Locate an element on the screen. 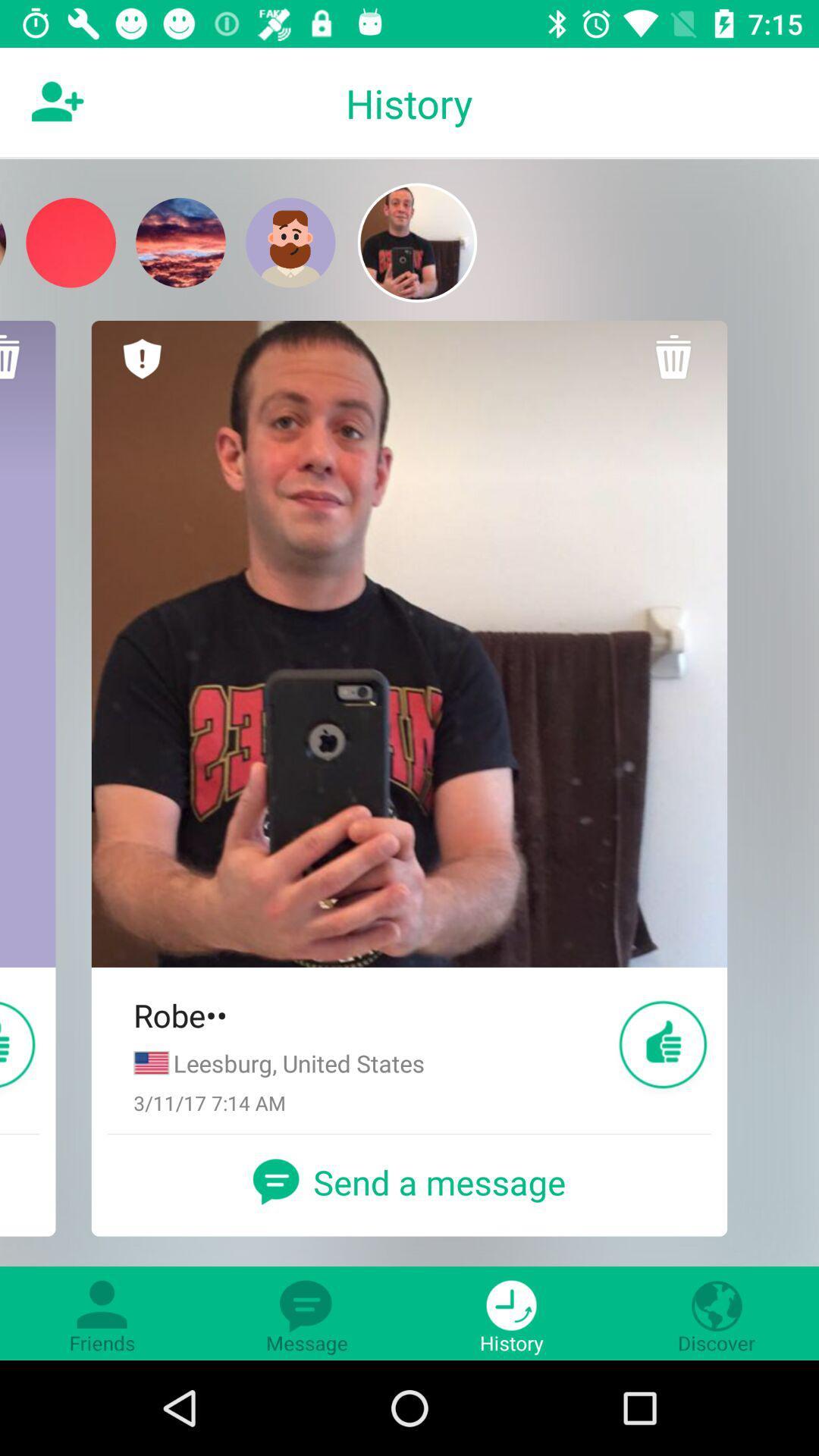 The height and width of the screenshot is (1456, 819). photo above robe is located at coordinates (409, 644).